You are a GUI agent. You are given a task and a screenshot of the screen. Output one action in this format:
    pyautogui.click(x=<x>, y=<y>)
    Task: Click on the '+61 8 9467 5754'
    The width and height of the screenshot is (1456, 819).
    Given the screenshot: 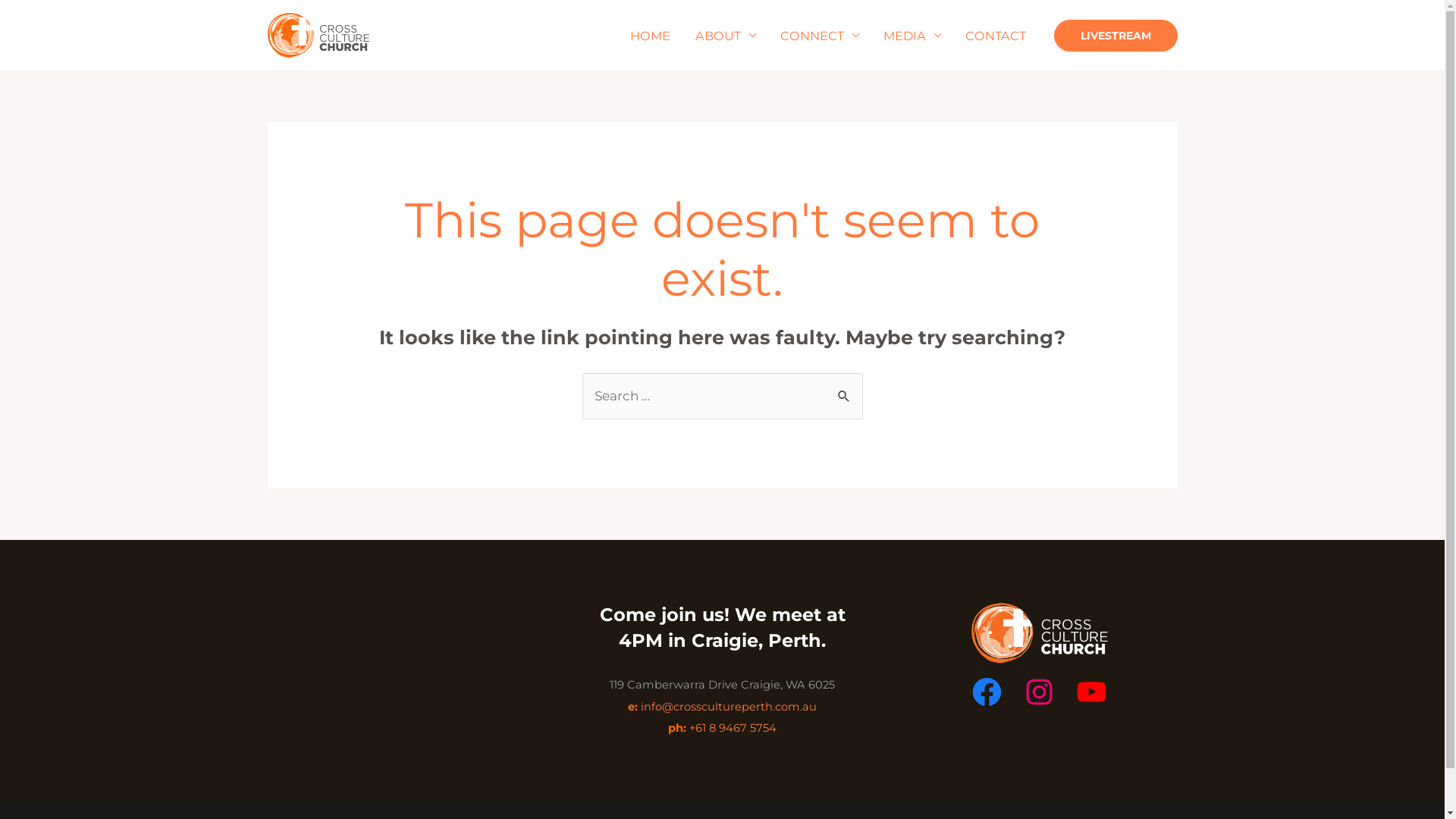 What is the action you would take?
    pyautogui.click(x=733, y=727)
    